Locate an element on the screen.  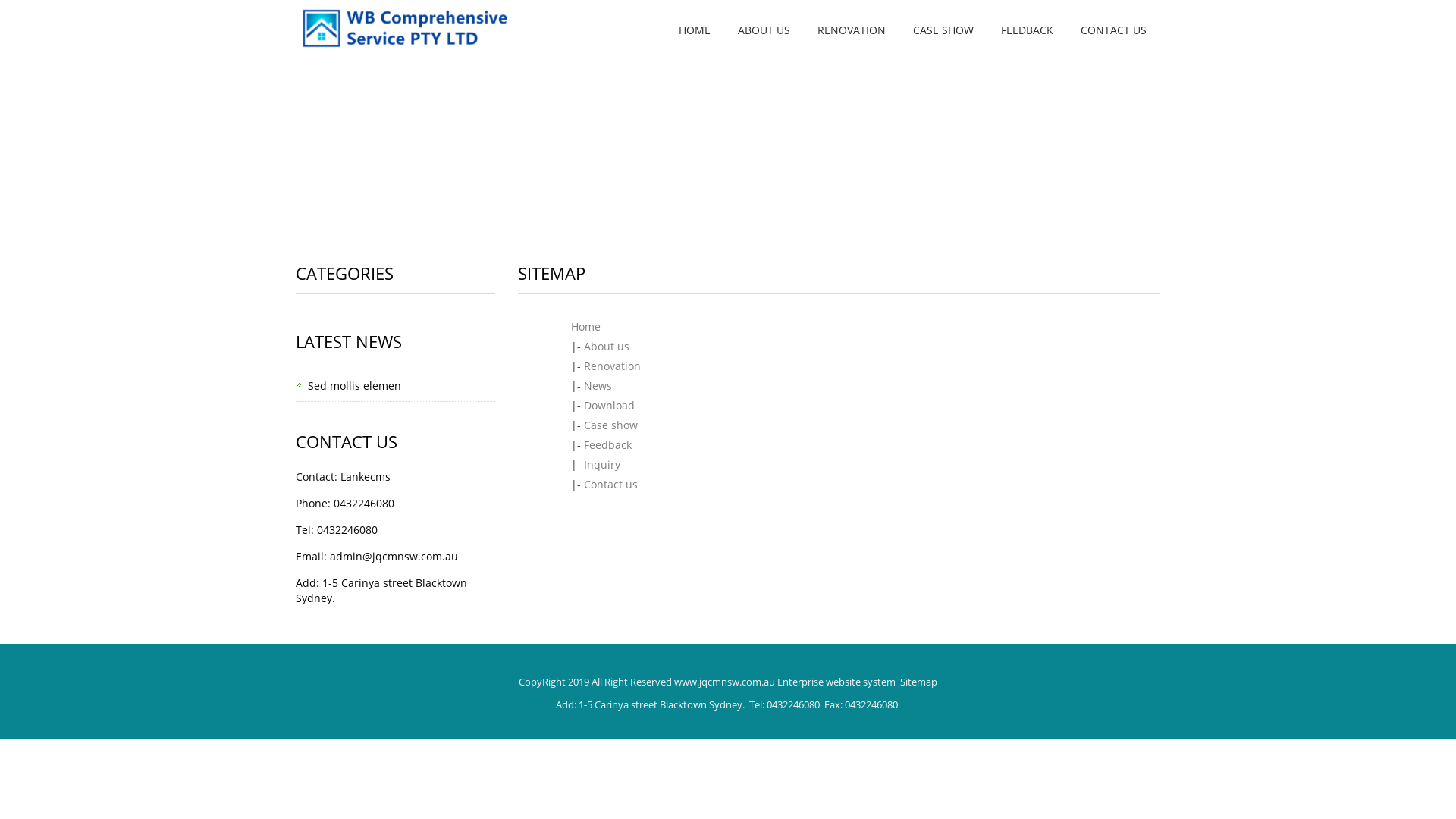
'Home' is located at coordinates (584, 325).